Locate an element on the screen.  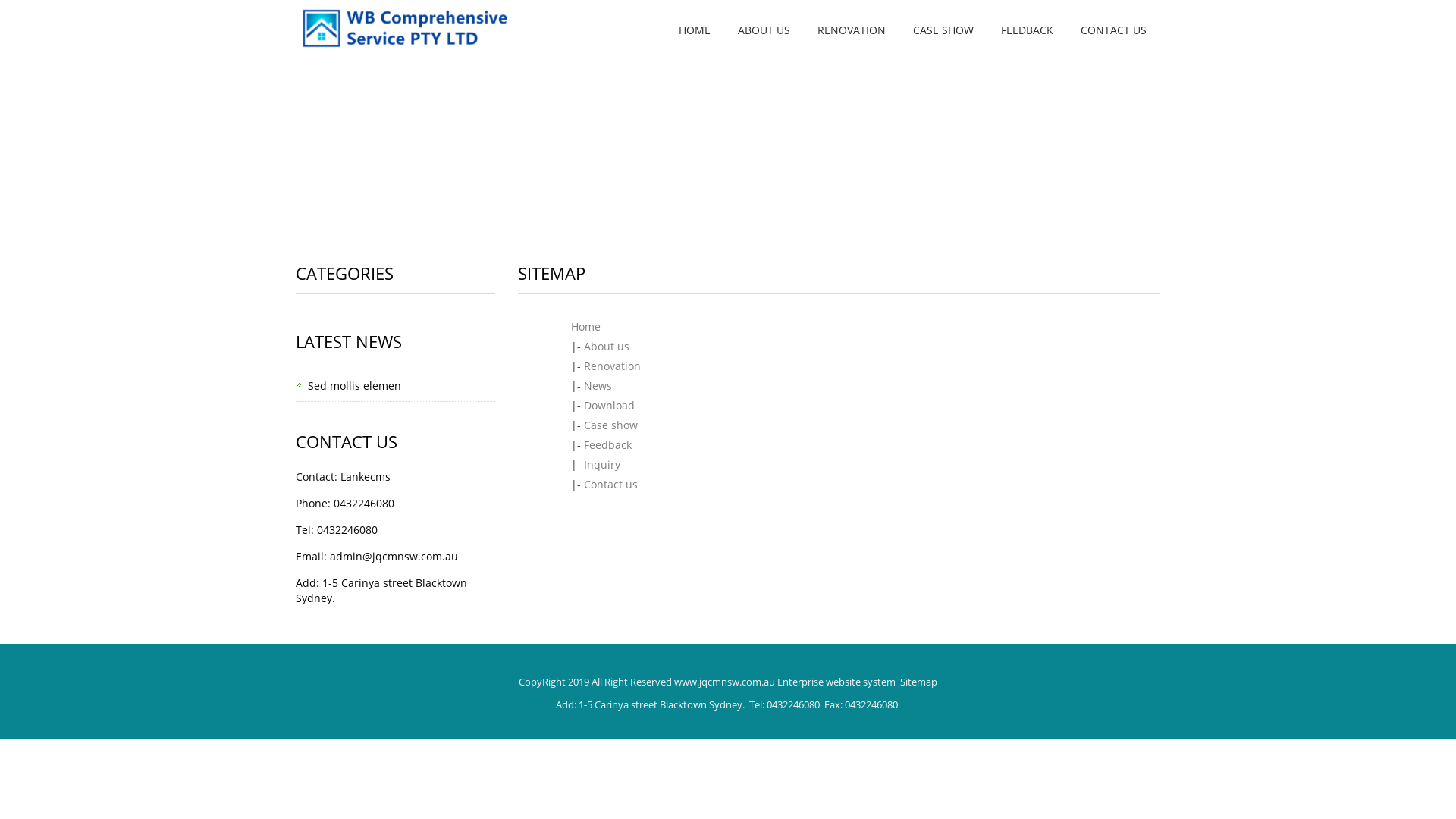
'Home' is located at coordinates (584, 325).